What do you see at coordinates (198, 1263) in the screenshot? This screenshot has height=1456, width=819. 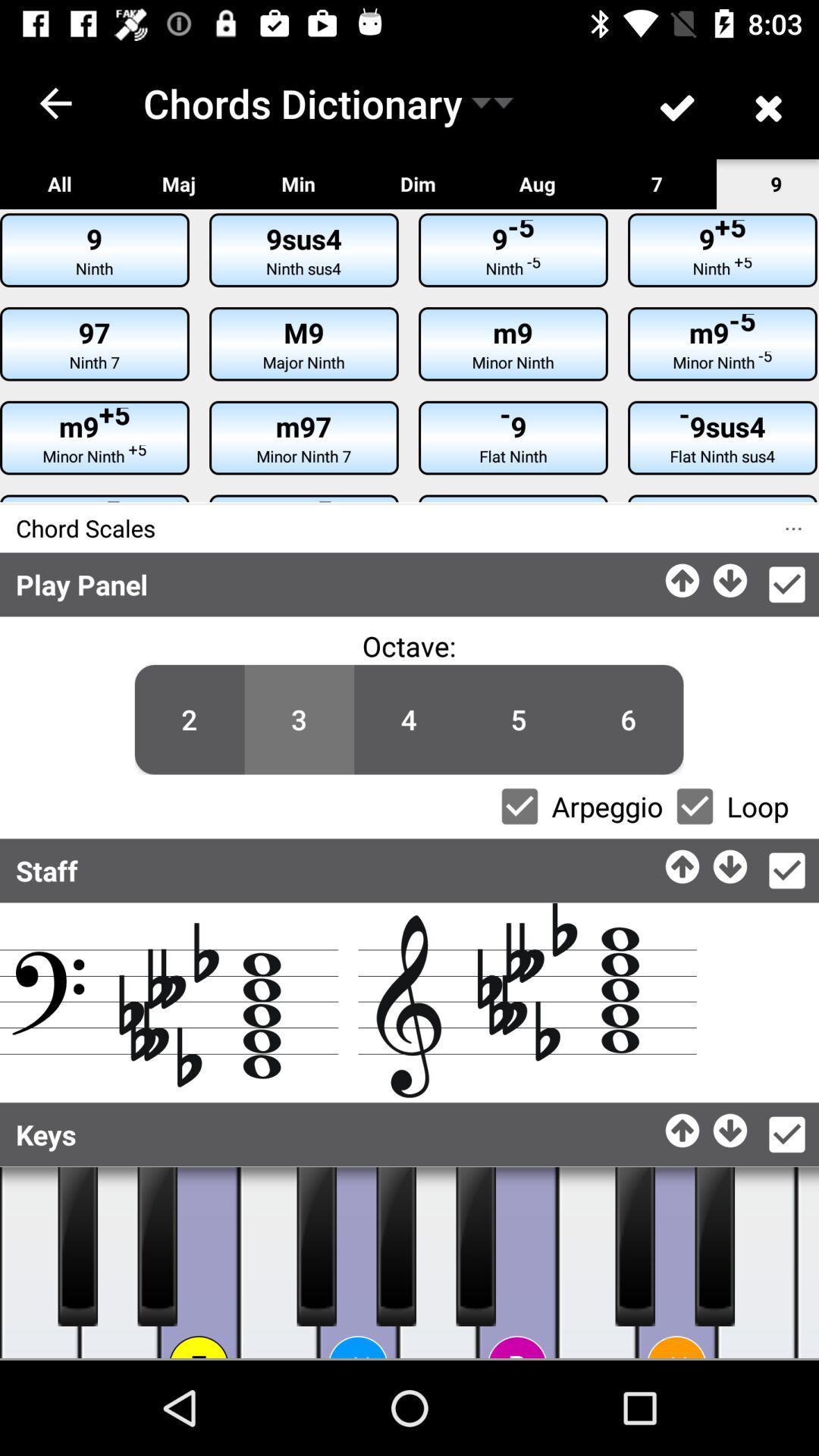 I see `piano white key` at bounding box center [198, 1263].